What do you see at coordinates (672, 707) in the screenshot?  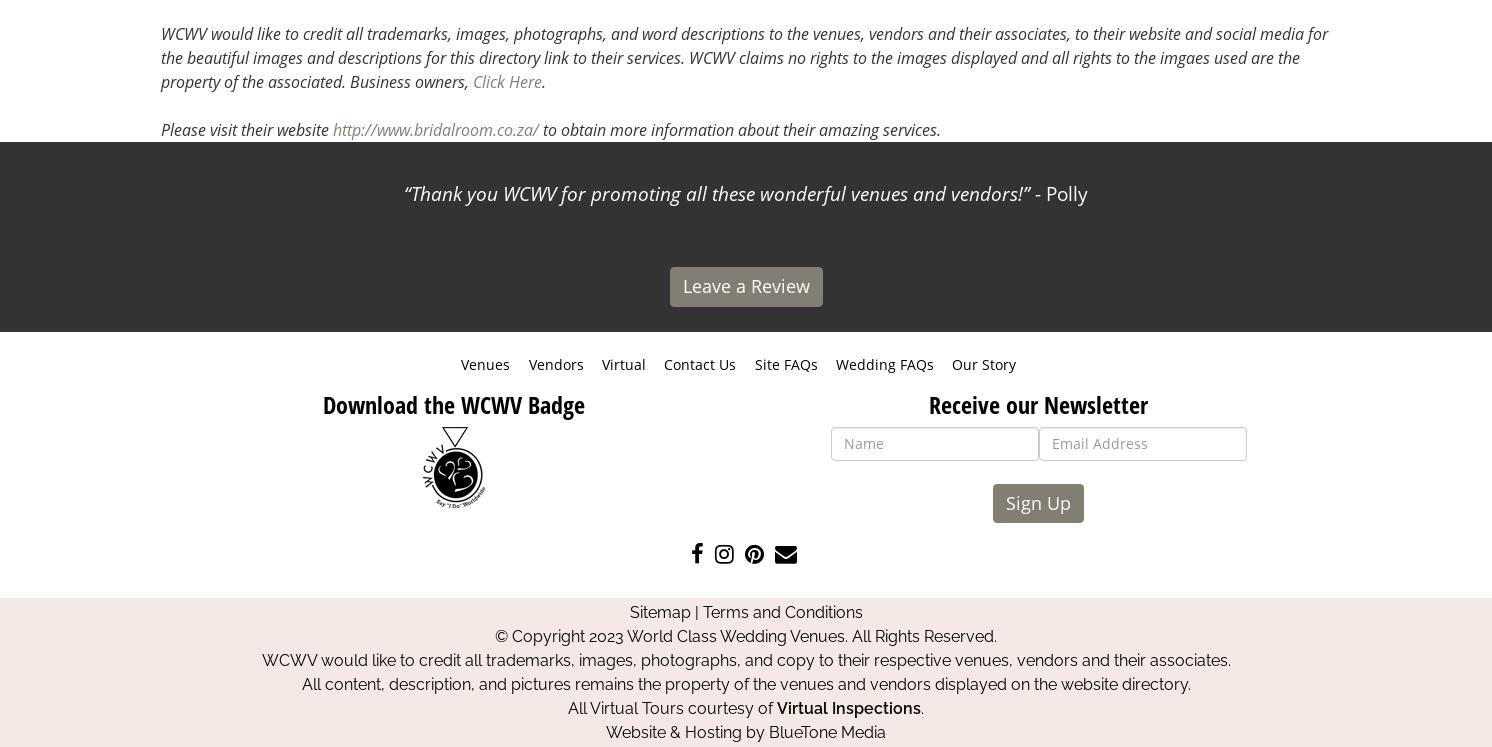 I see `'All Virtual Tours courtesy of'` at bounding box center [672, 707].